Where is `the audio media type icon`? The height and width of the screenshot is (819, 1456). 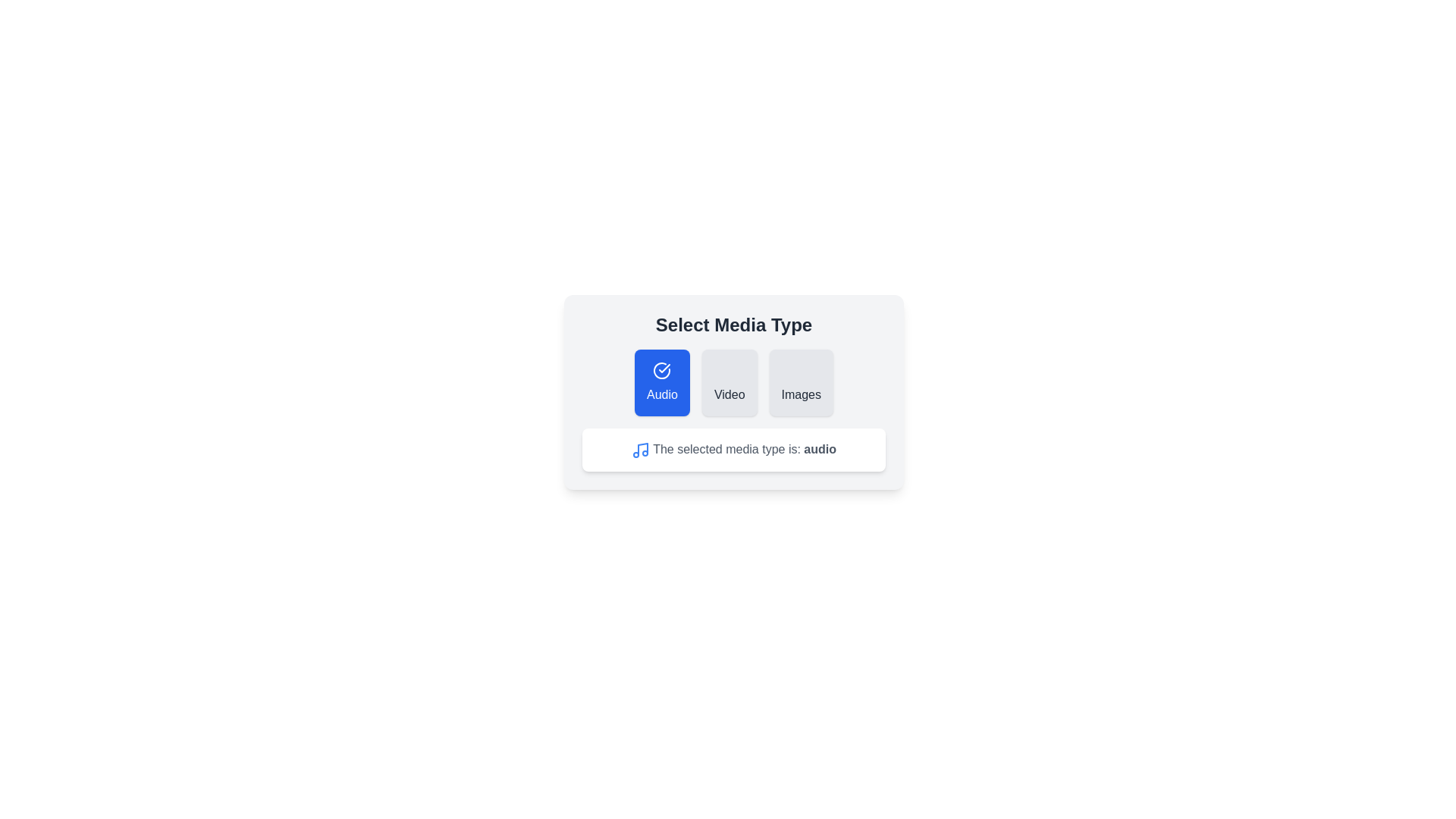 the audio media type icon is located at coordinates (640, 449).